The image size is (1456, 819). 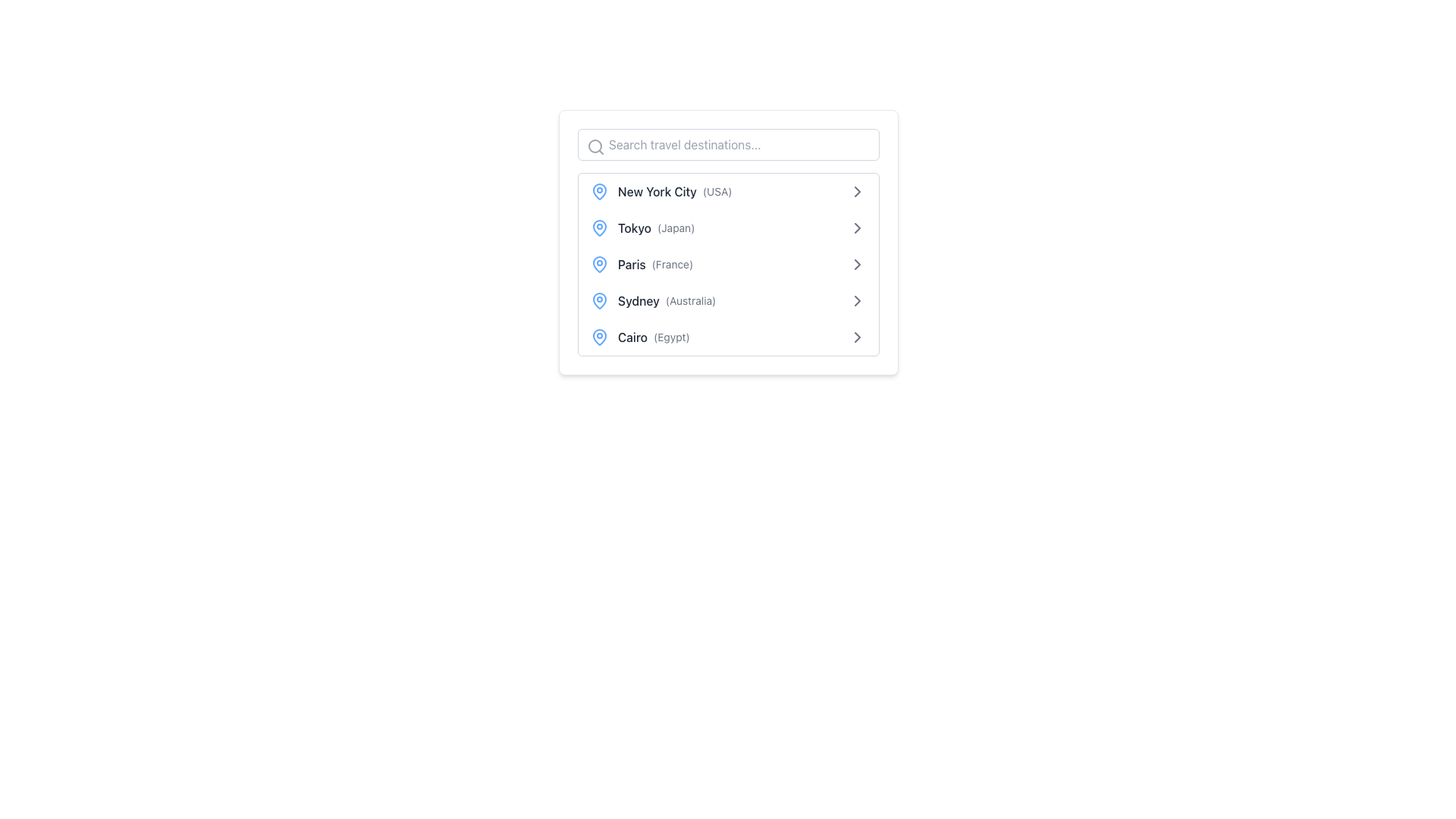 What do you see at coordinates (599, 191) in the screenshot?
I see `the icon representing the location 'New York City (USA)' which is the first item in the list within a card interface on the webpage` at bounding box center [599, 191].